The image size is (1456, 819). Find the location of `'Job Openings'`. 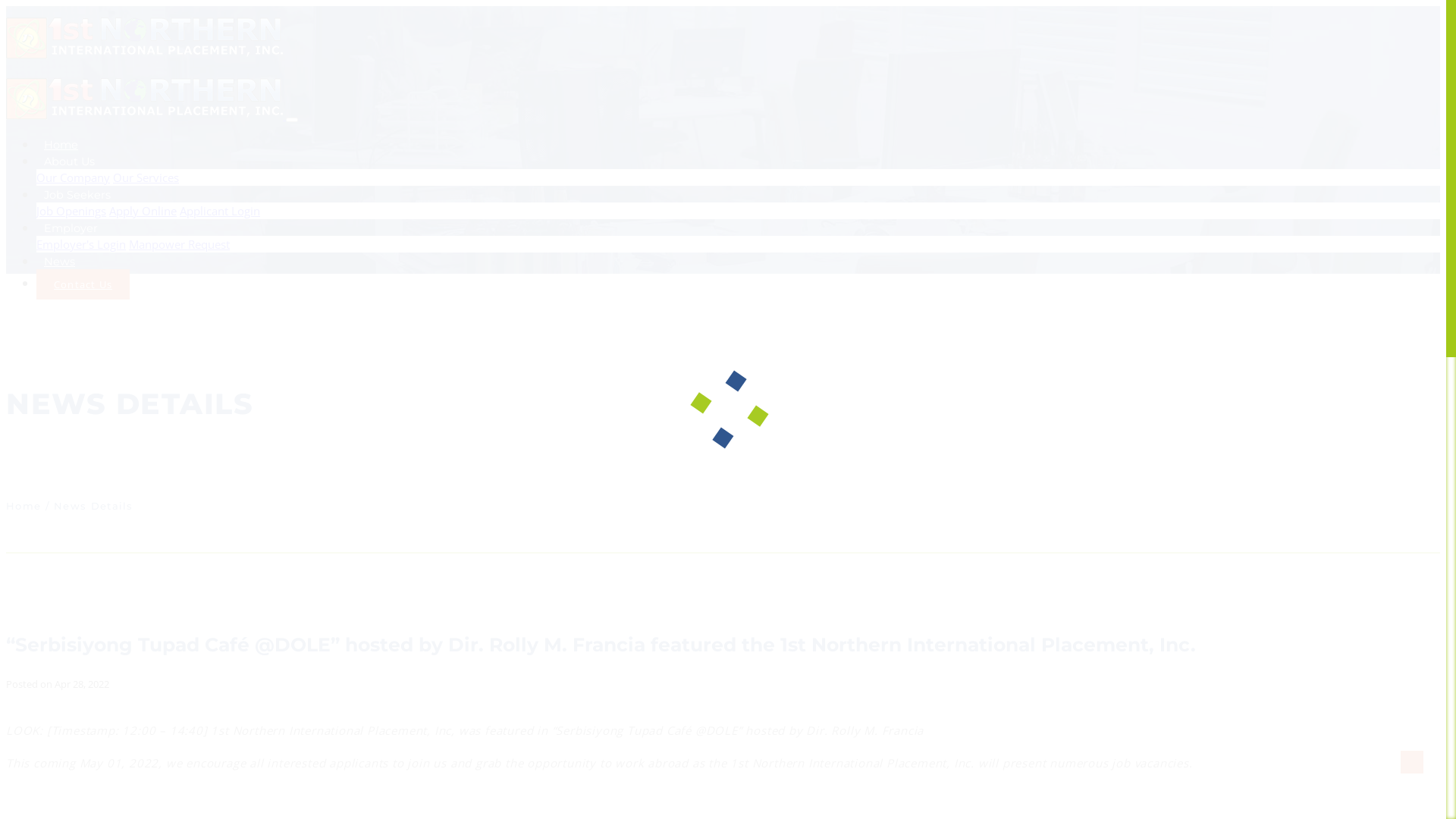

'Job Openings' is located at coordinates (71, 211).